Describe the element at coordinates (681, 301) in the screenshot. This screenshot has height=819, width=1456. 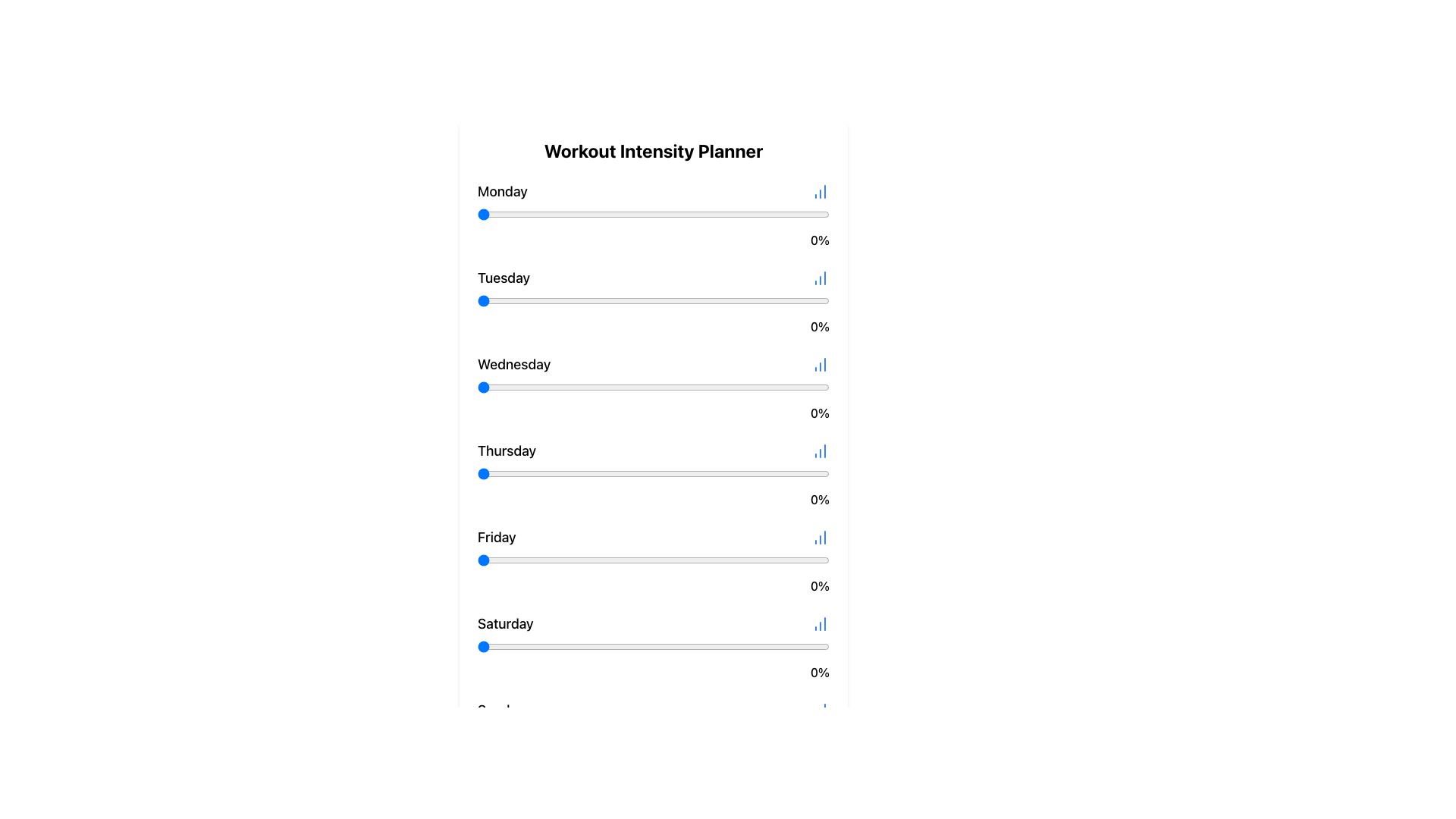
I see `the Tuesday intensity level` at that location.